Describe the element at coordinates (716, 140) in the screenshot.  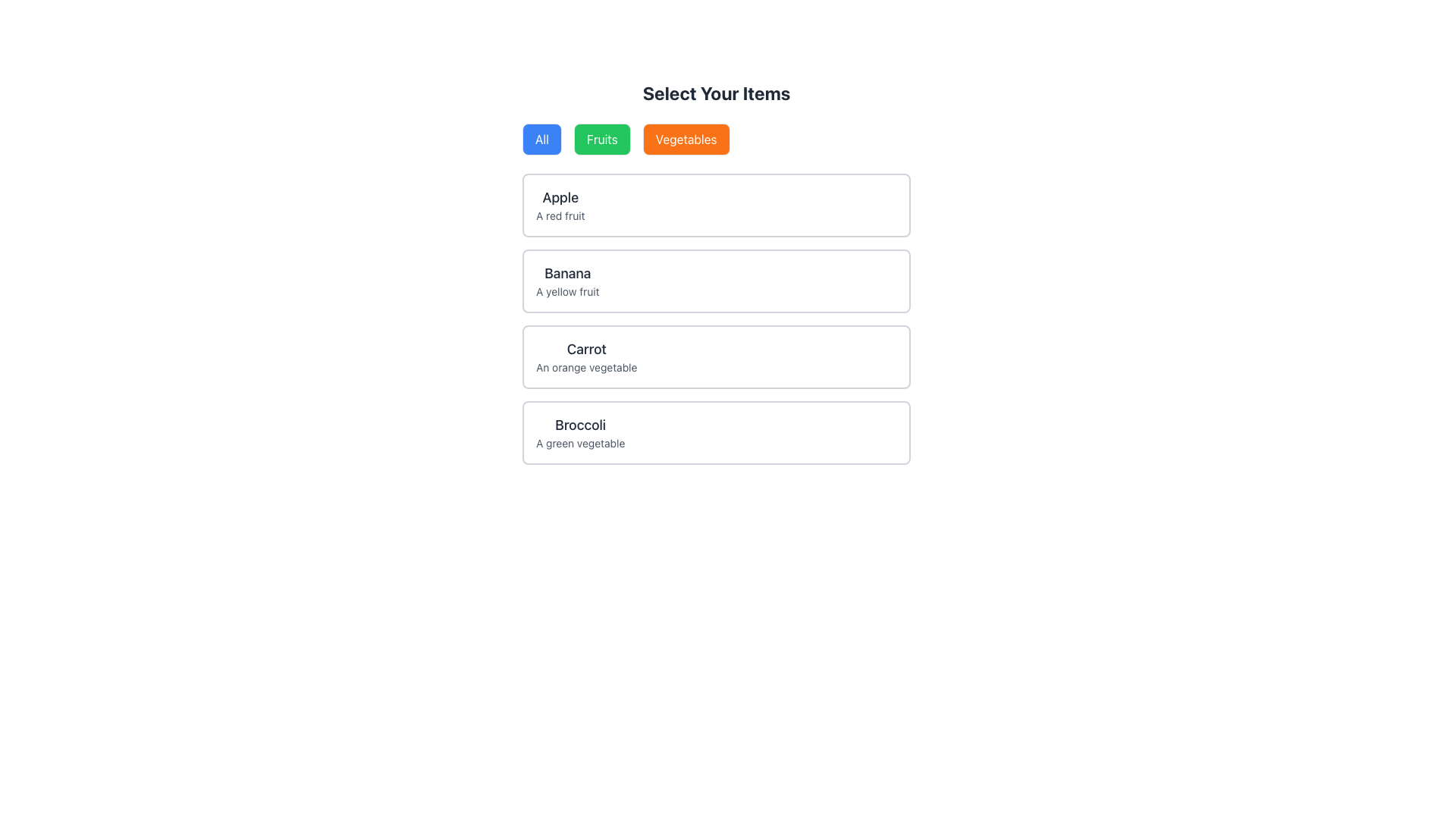
I see `the 'Vegetables' button in the segmented control to filter the displayed items and view only vegetables` at that location.